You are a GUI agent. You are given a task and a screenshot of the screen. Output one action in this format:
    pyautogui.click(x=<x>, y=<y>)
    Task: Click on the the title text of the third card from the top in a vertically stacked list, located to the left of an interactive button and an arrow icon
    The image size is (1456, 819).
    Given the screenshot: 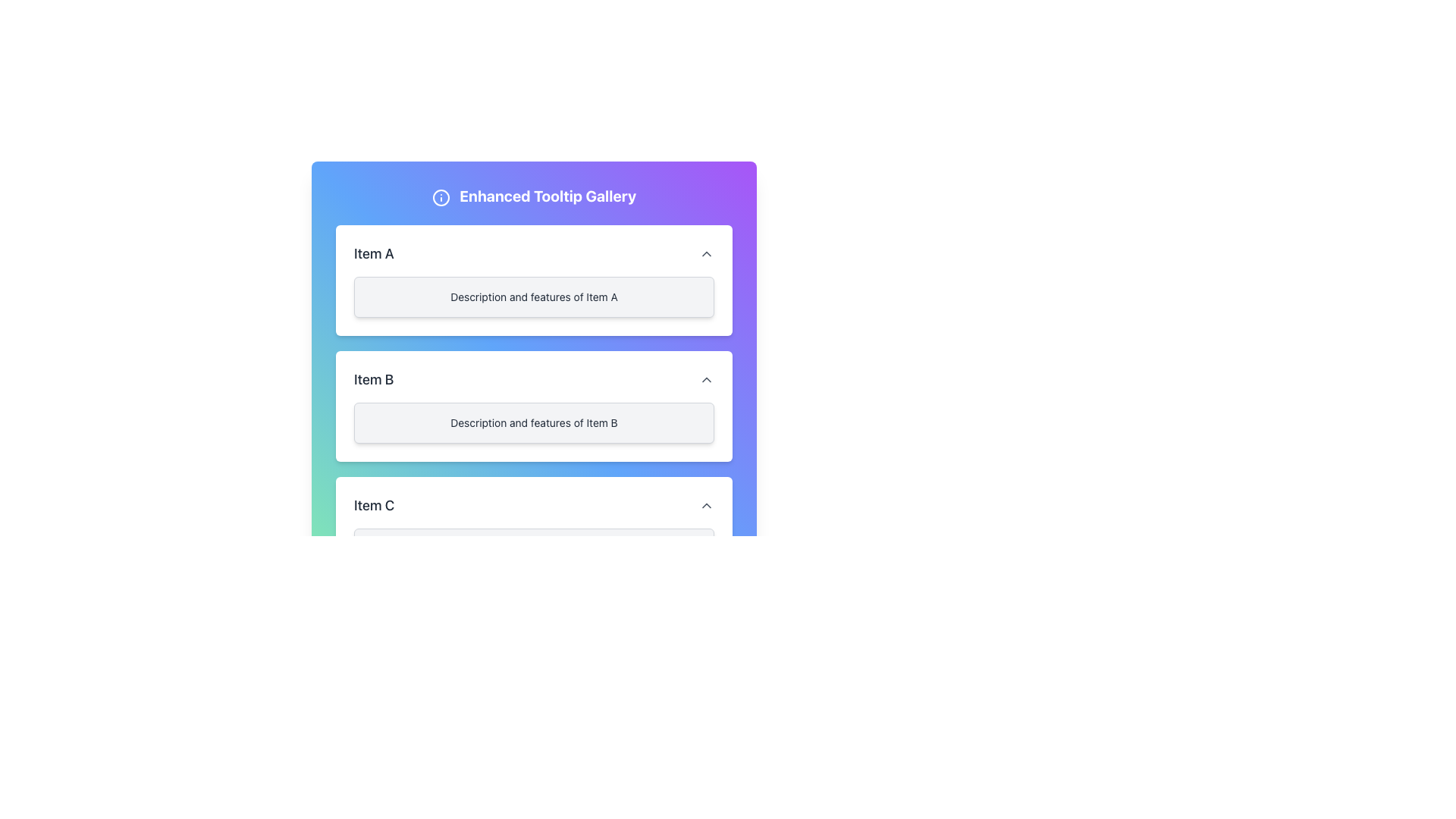 What is the action you would take?
    pyautogui.click(x=374, y=506)
    